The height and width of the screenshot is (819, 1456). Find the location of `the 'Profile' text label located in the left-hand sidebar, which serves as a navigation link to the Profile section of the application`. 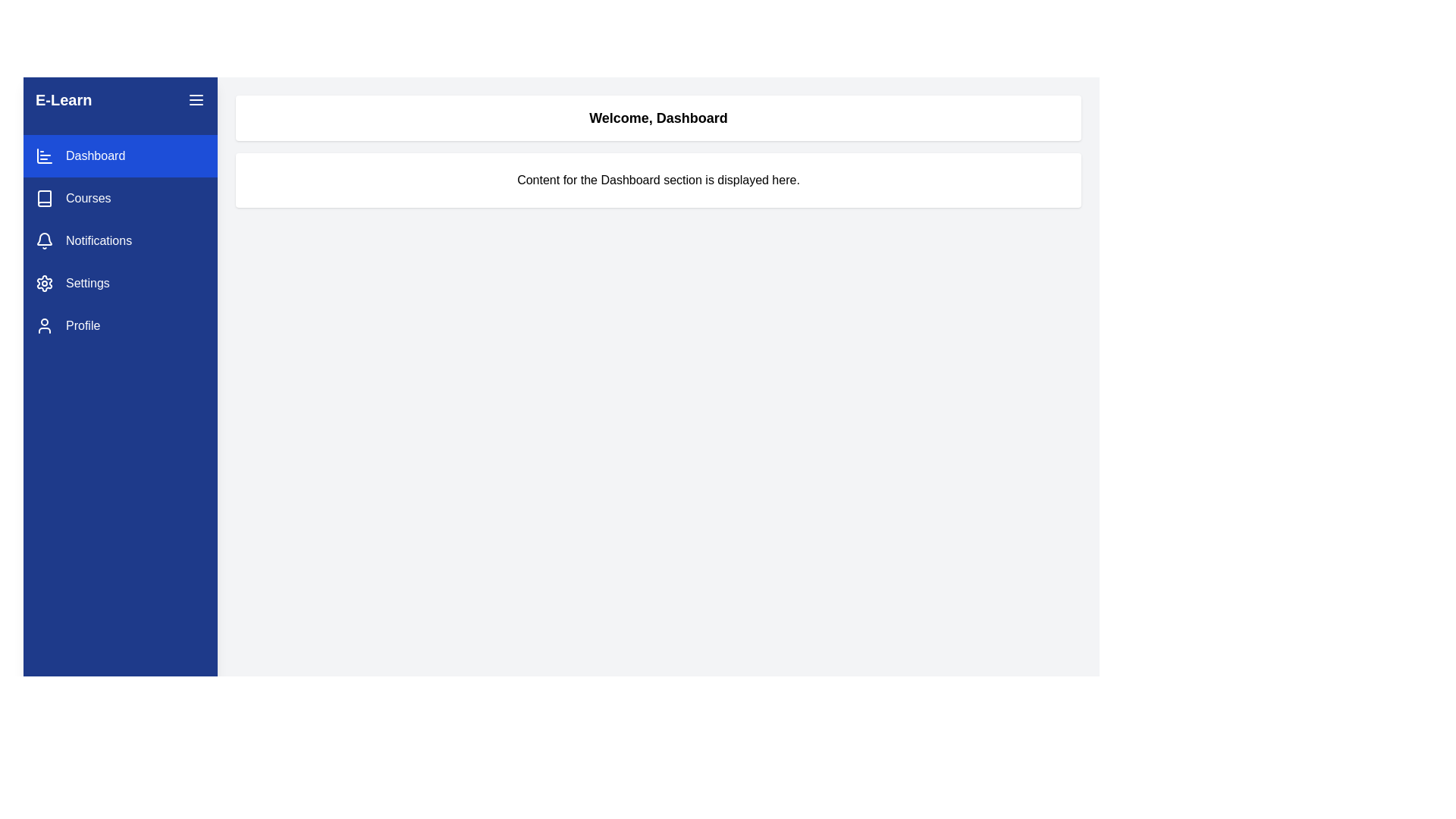

the 'Profile' text label located in the left-hand sidebar, which serves as a navigation link to the Profile section of the application is located at coordinates (82, 325).